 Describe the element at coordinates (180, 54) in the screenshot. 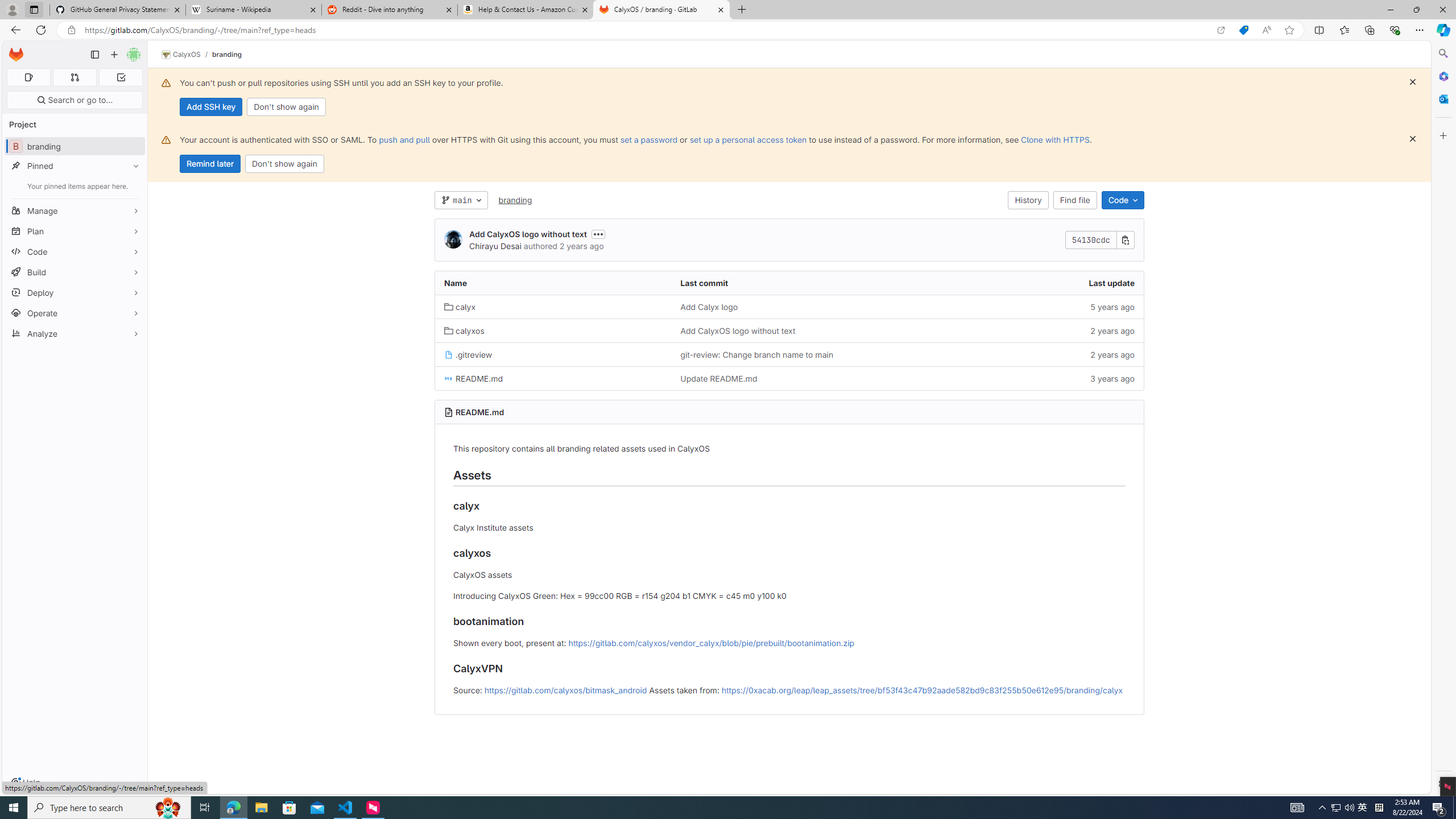

I see `'CalyxOS'` at that location.